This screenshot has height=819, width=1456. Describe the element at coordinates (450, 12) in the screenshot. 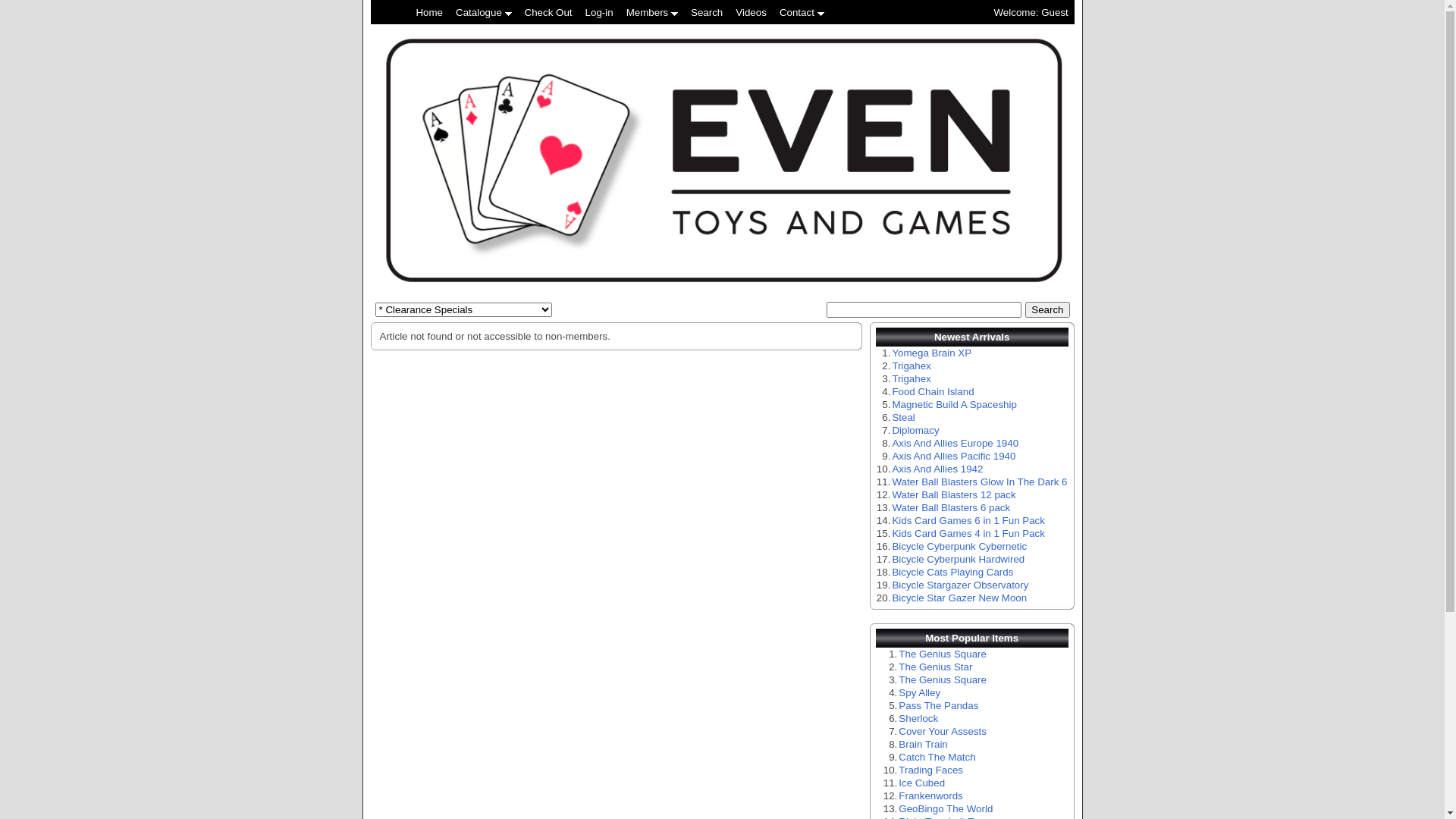

I see `'Catalogue'` at that location.